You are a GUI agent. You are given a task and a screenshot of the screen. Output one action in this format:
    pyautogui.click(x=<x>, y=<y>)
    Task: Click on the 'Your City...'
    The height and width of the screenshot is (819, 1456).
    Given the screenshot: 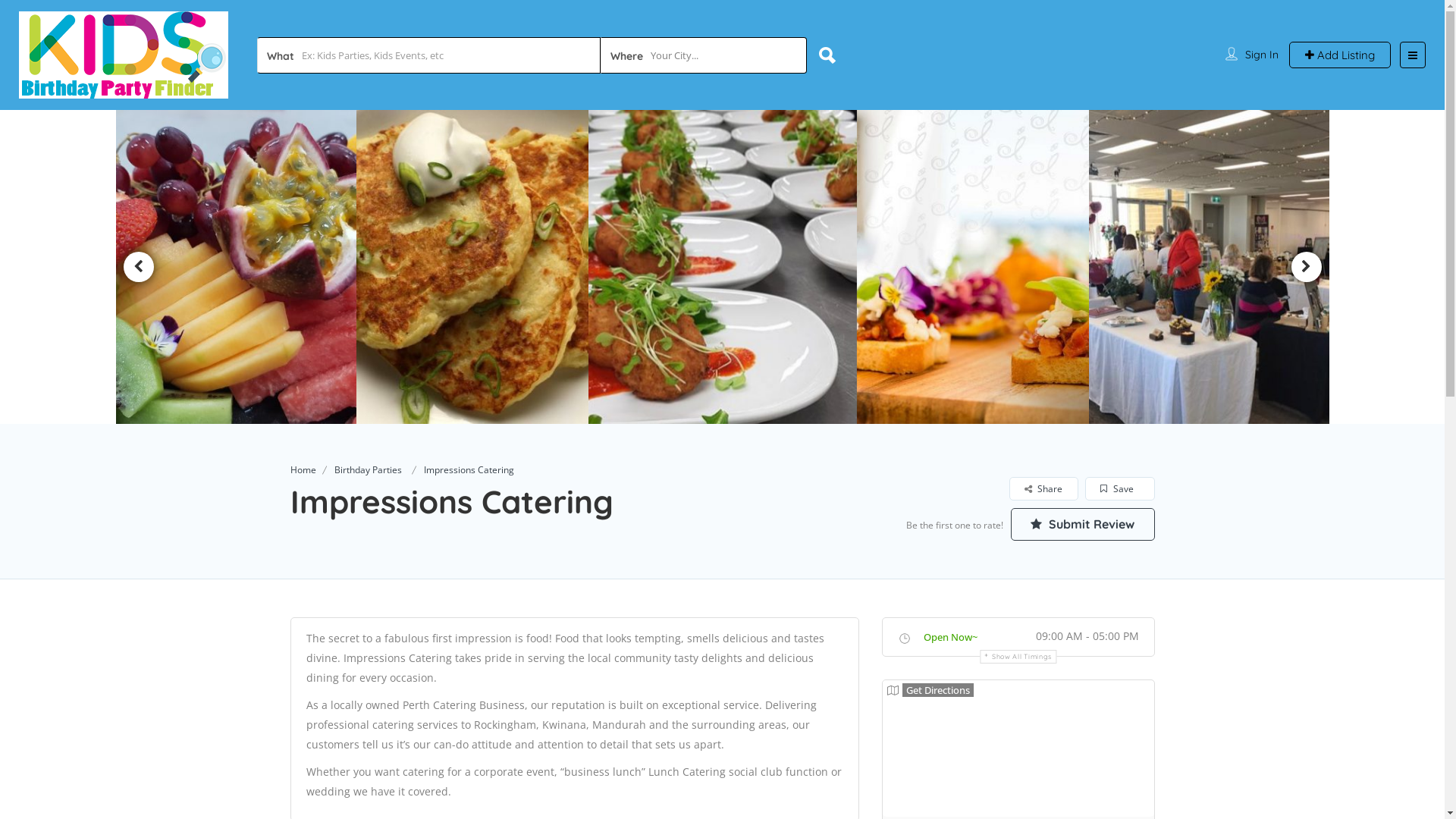 What is the action you would take?
    pyautogui.click(x=600, y=55)
    